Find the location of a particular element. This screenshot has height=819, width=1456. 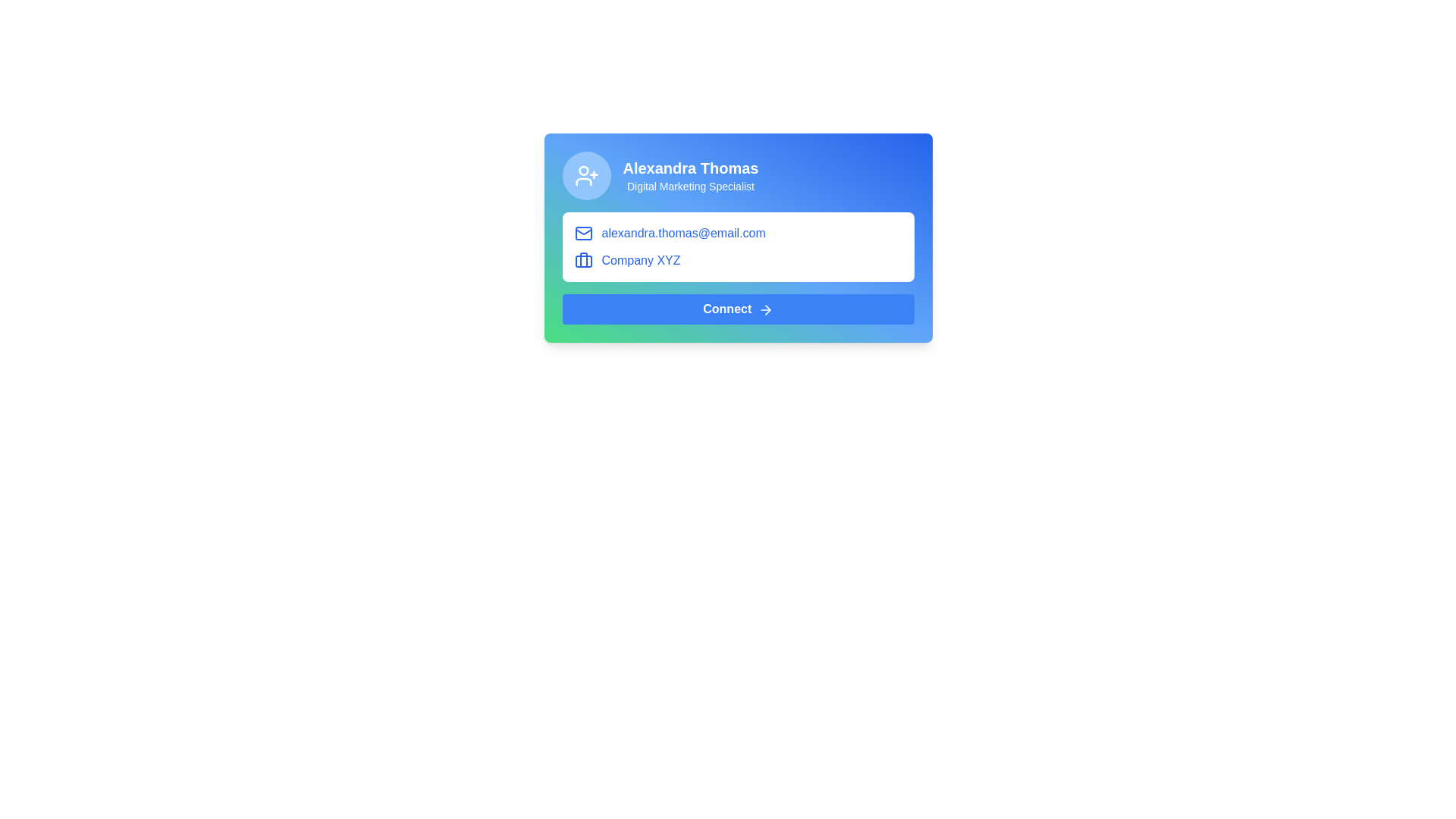

contact details displayed in the information block located below the name and role section of 'Alexandra Thomas, Digital Marketing Specialist' and above the 'Connect' button is located at coordinates (738, 246).